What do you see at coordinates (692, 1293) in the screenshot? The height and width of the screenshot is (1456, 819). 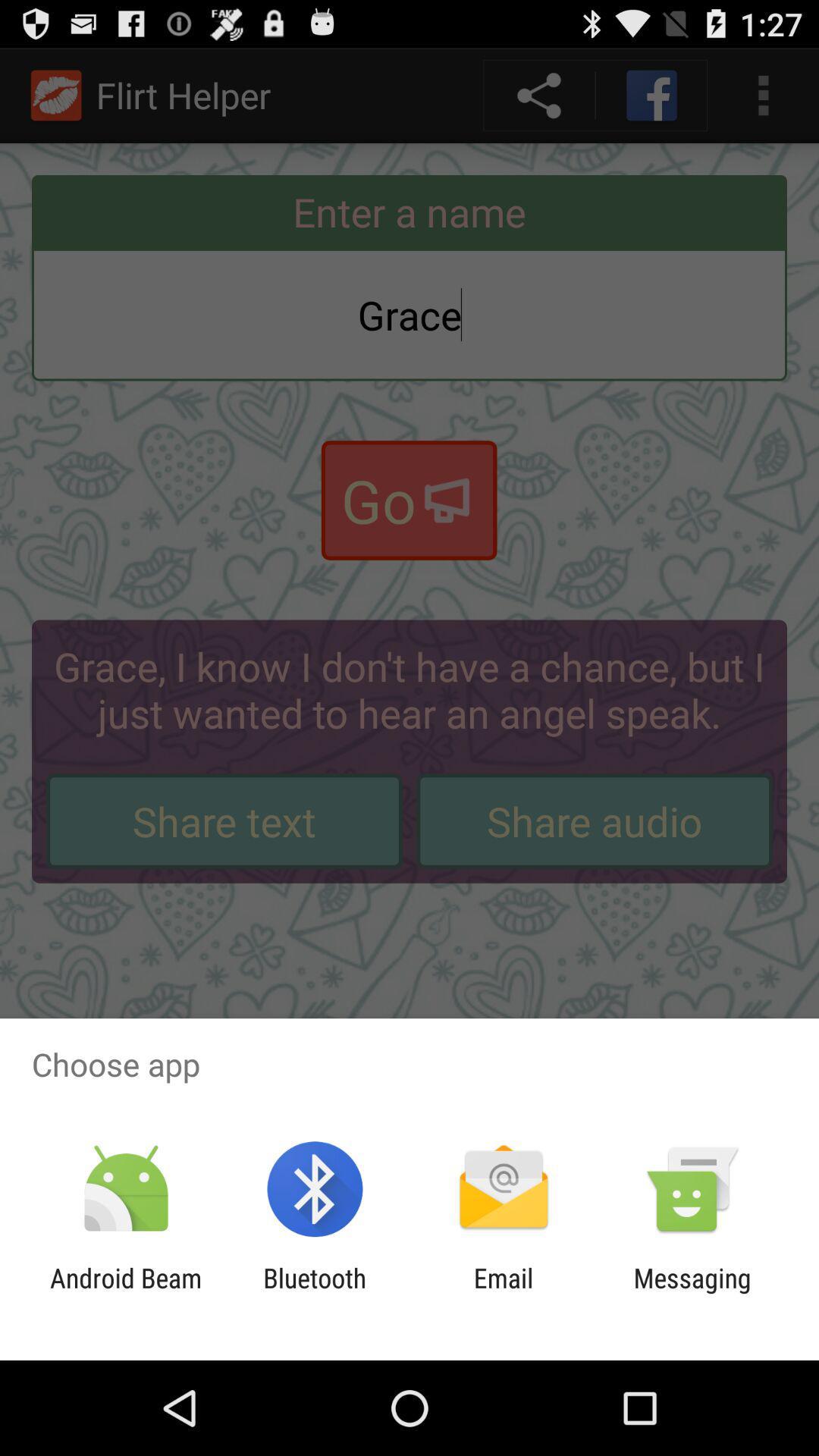 I see `app next to the email icon` at bounding box center [692, 1293].